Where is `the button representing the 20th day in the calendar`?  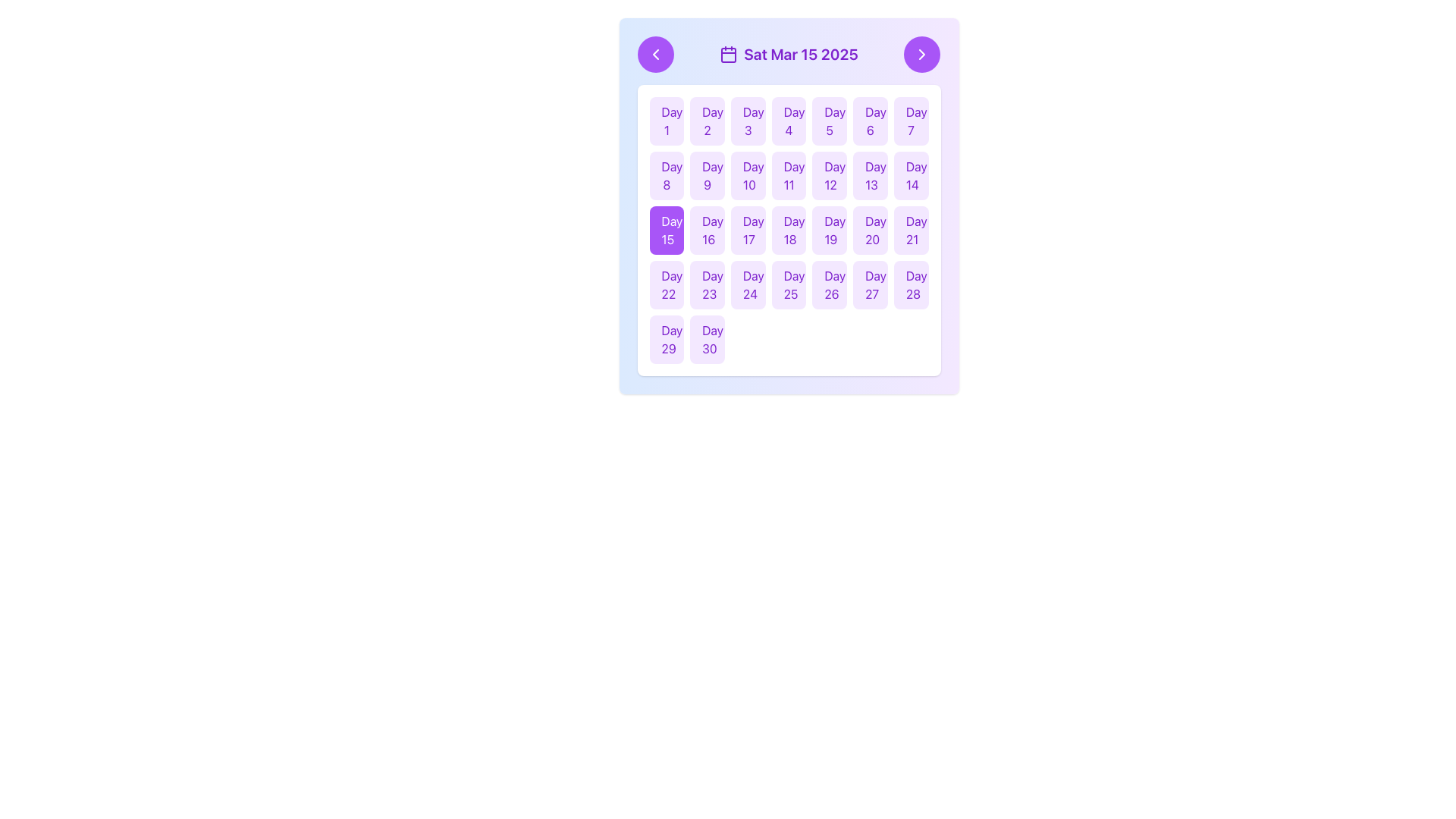
the button representing the 20th day in the calendar is located at coordinates (870, 231).